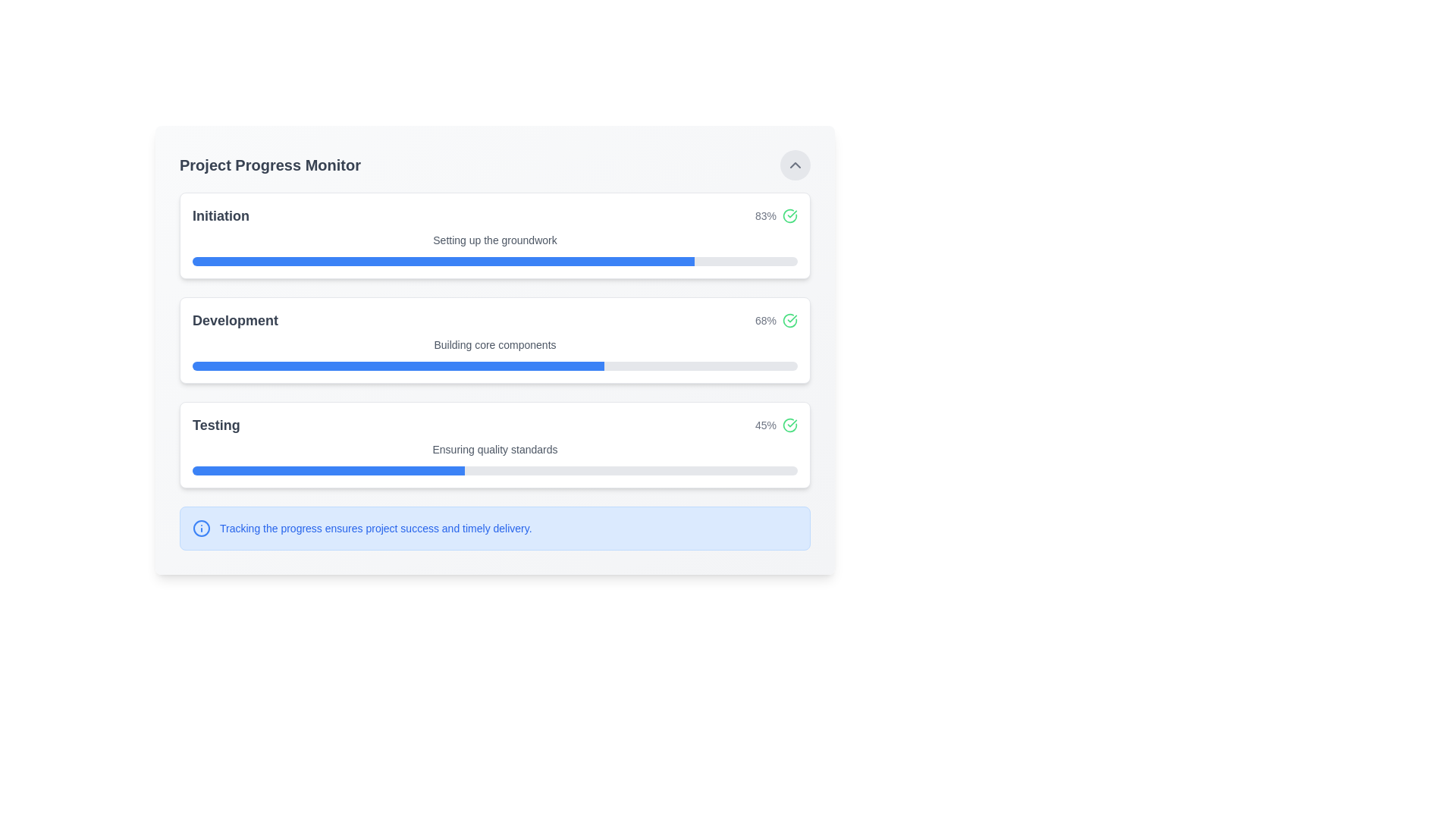 The width and height of the screenshot is (1456, 819). What do you see at coordinates (356, 366) in the screenshot?
I see `the progress percentage` at bounding box center [356, 366].